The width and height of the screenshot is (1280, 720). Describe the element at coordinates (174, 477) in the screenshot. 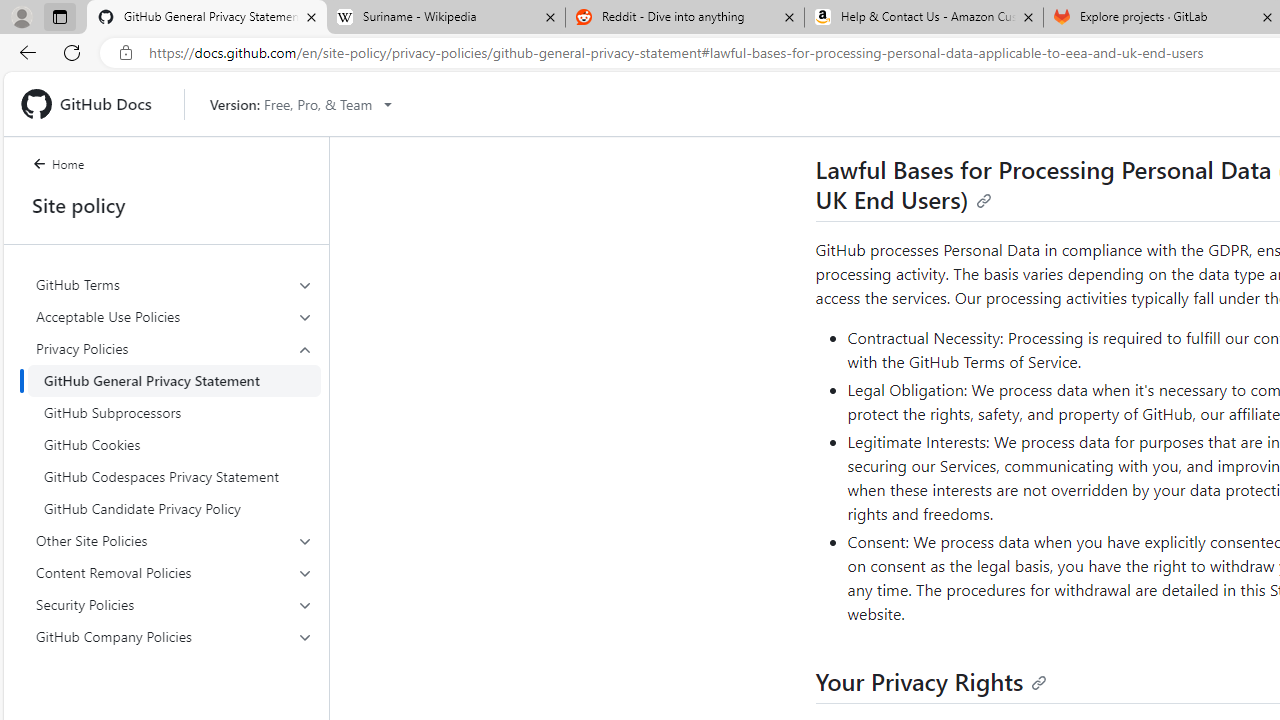

I see `'GitHub Codespaces Privacy Statement'` at that location.